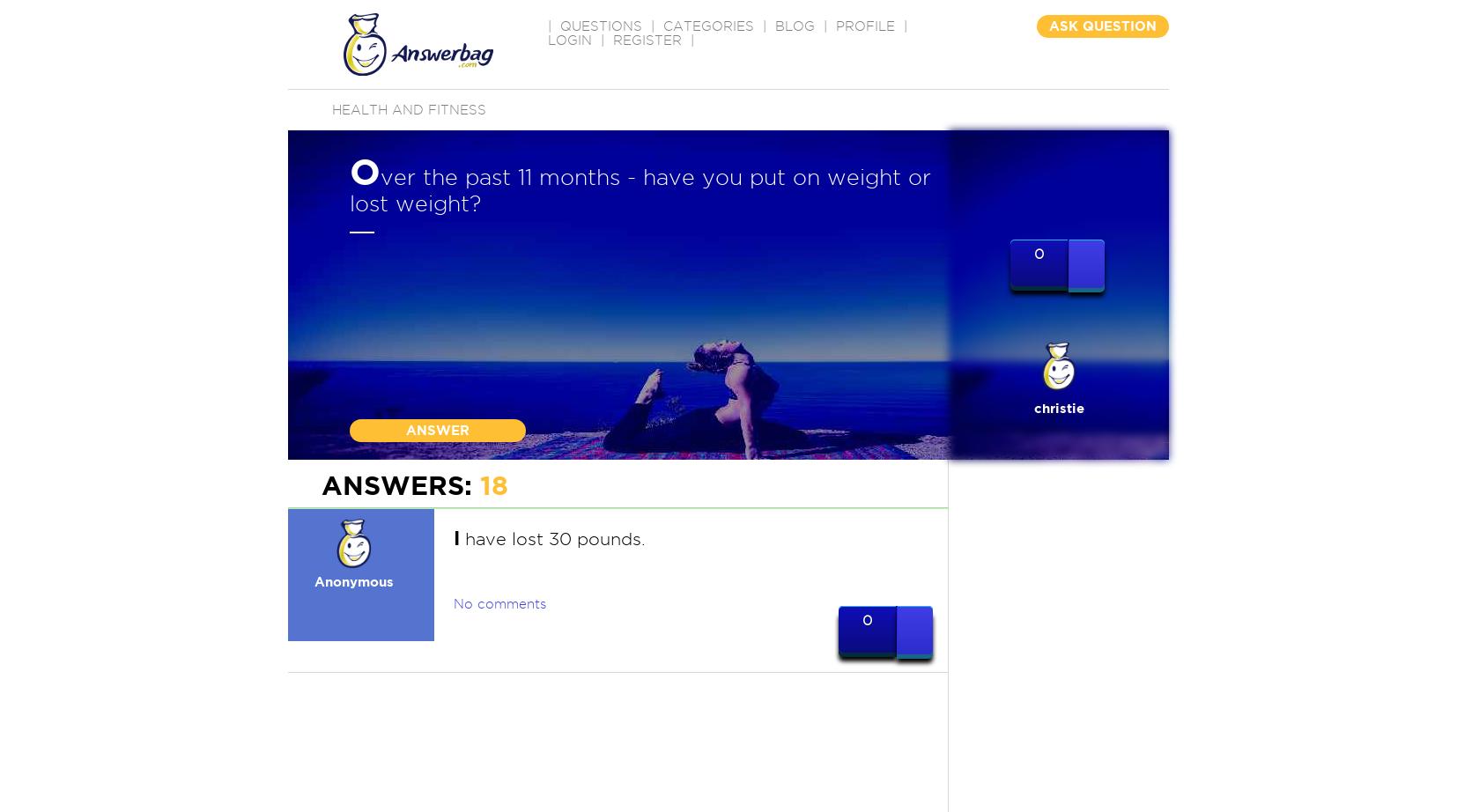 This screenshot has height=812, width=1457. What do you see at coordinates (708, 26) in the screenshot?
I see `'CATEGORIES'` at bounding box center [708, 26].